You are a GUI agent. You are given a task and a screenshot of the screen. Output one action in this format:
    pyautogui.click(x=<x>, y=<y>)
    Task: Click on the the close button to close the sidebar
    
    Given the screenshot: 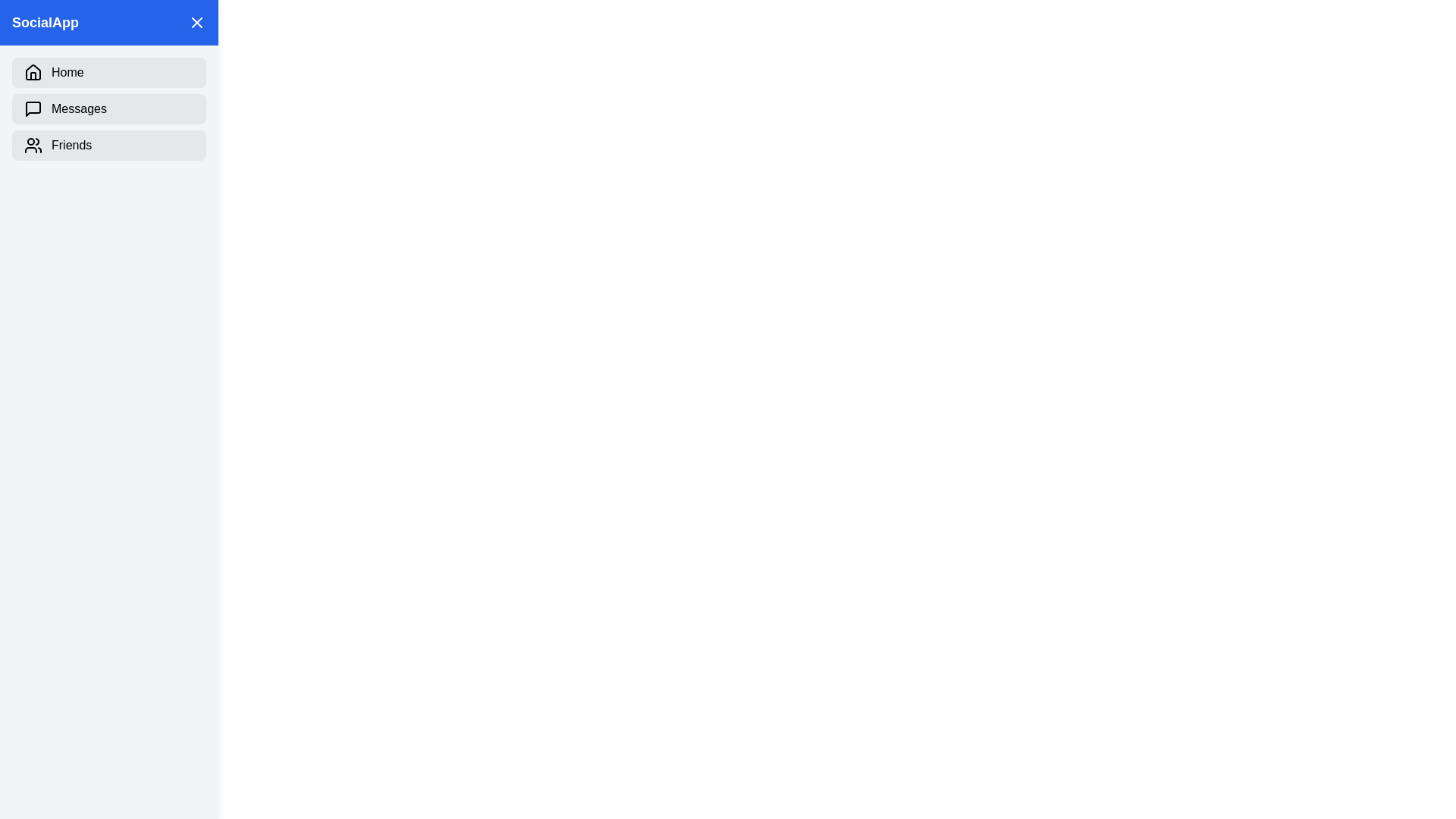 What is the action you would take?
    pyautogui.click(x=196, y=23)
    